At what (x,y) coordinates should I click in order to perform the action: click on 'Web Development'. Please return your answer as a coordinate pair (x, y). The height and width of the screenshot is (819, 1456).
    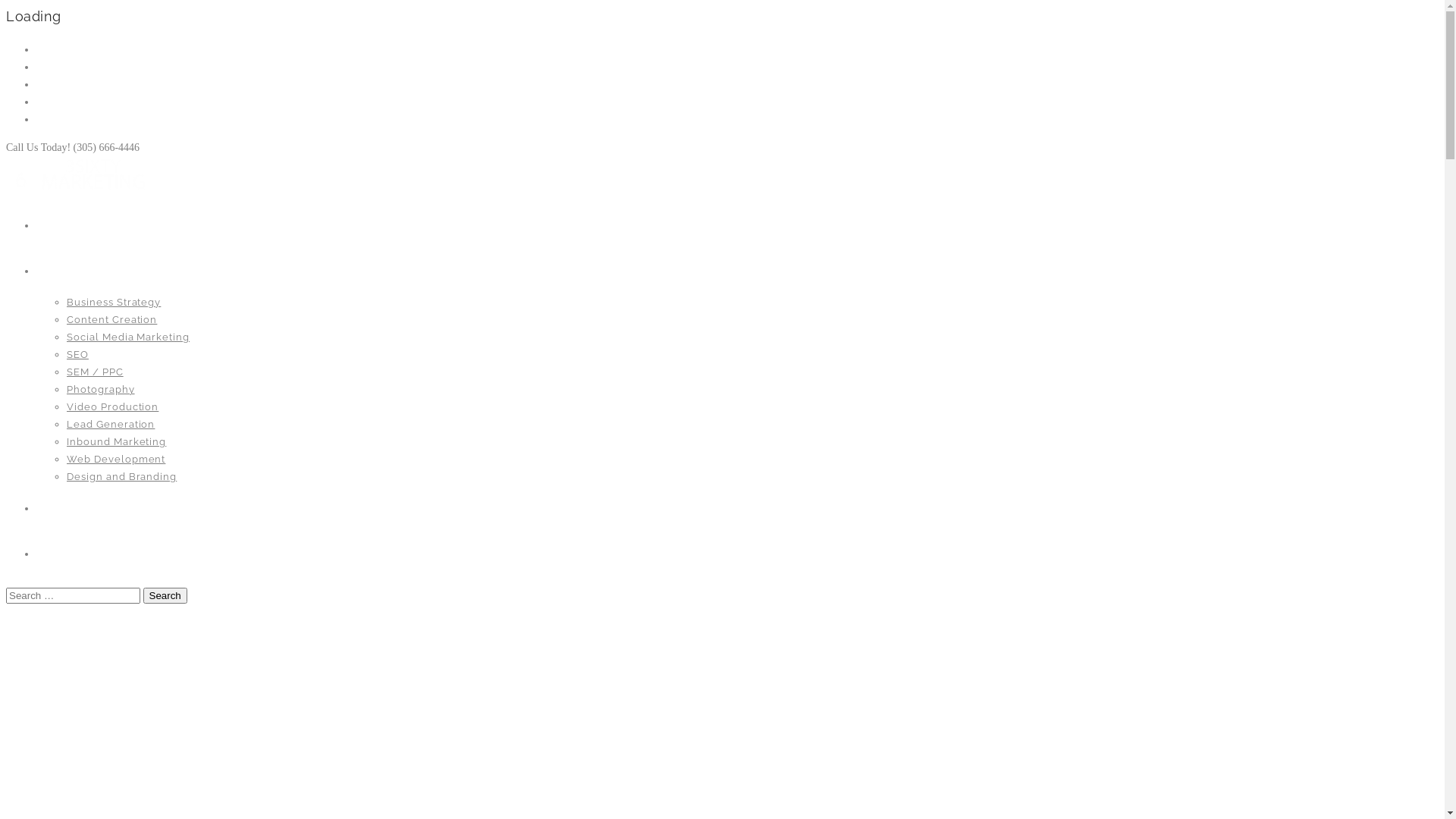
    Looking at the image, I should click on (115, 458).